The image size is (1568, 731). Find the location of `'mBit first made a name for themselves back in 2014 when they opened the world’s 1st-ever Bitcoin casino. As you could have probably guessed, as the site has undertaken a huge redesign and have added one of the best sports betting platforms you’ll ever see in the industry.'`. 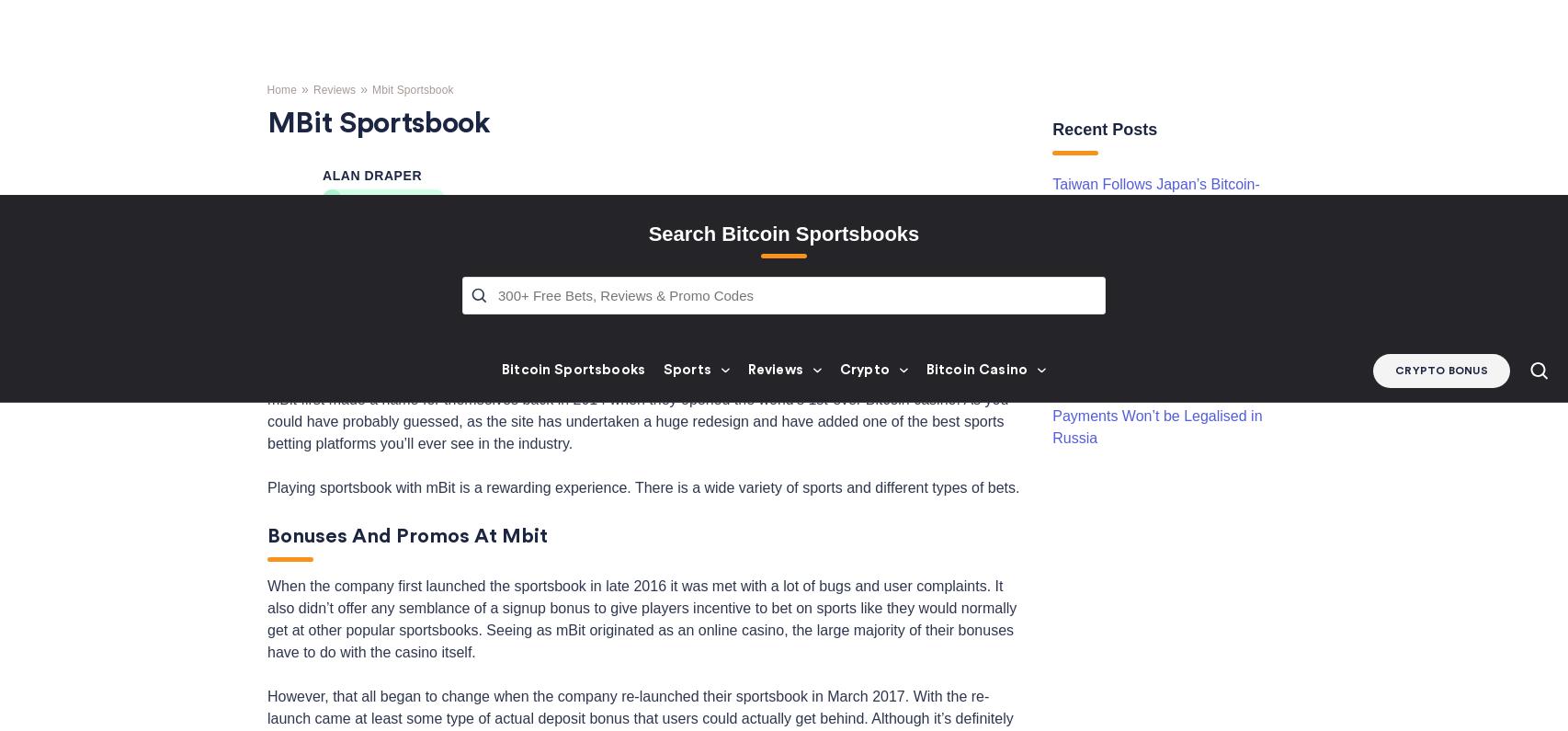

'mBit first made a name for themselves back in 2014 when they opened the world’s 1st-ever Bitcoin casino. As you could have probably guessed, as the site has undertaken a huge redesign and have added one of the best sports betting platforms you’ll ever see in the industry.' is located at coordinates (267, 82).